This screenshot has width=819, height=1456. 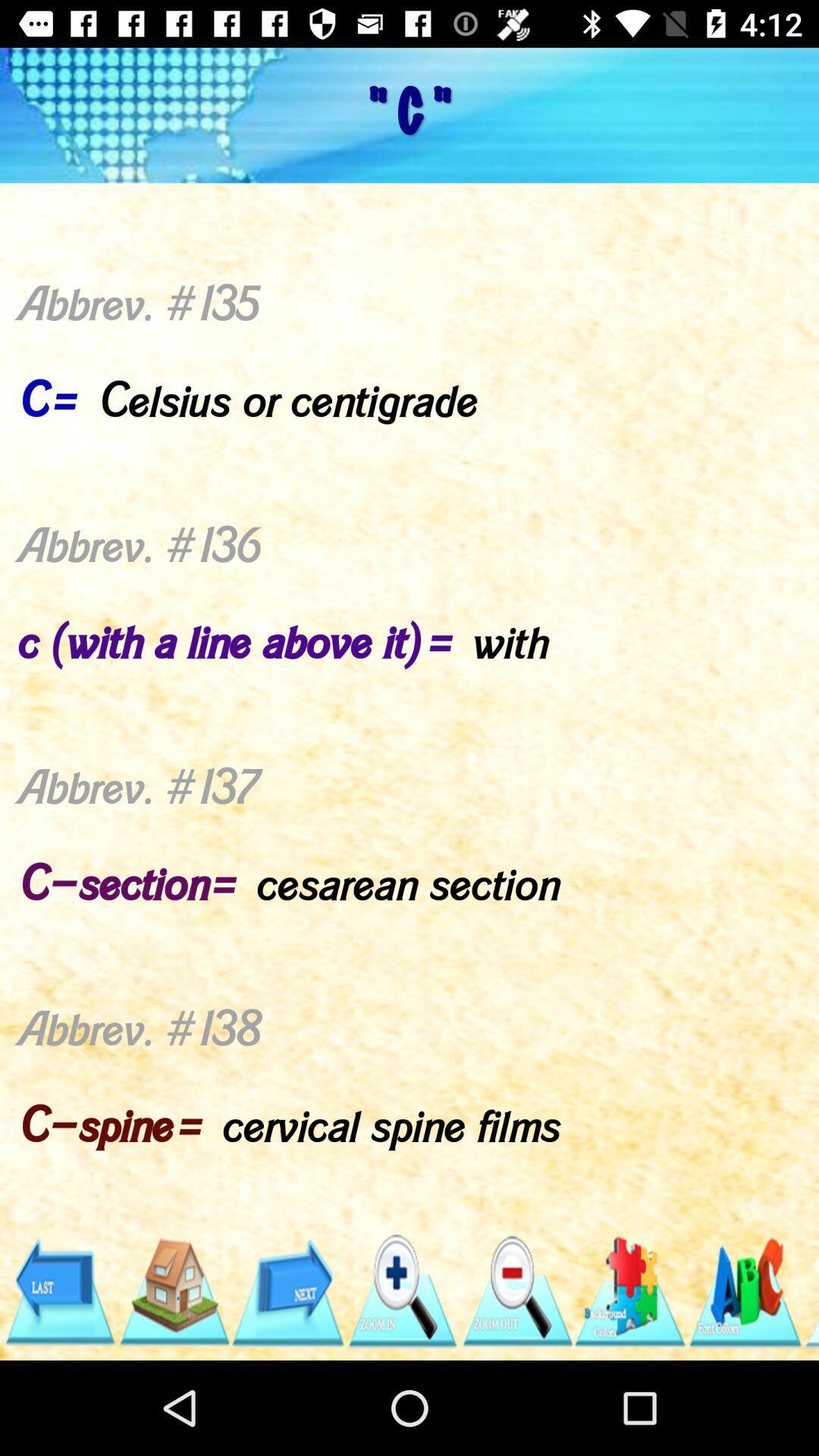 What do you see at coordinates (287, 1291) in the screenshot?
I see `got to next` at bounding box center [287, 1291].